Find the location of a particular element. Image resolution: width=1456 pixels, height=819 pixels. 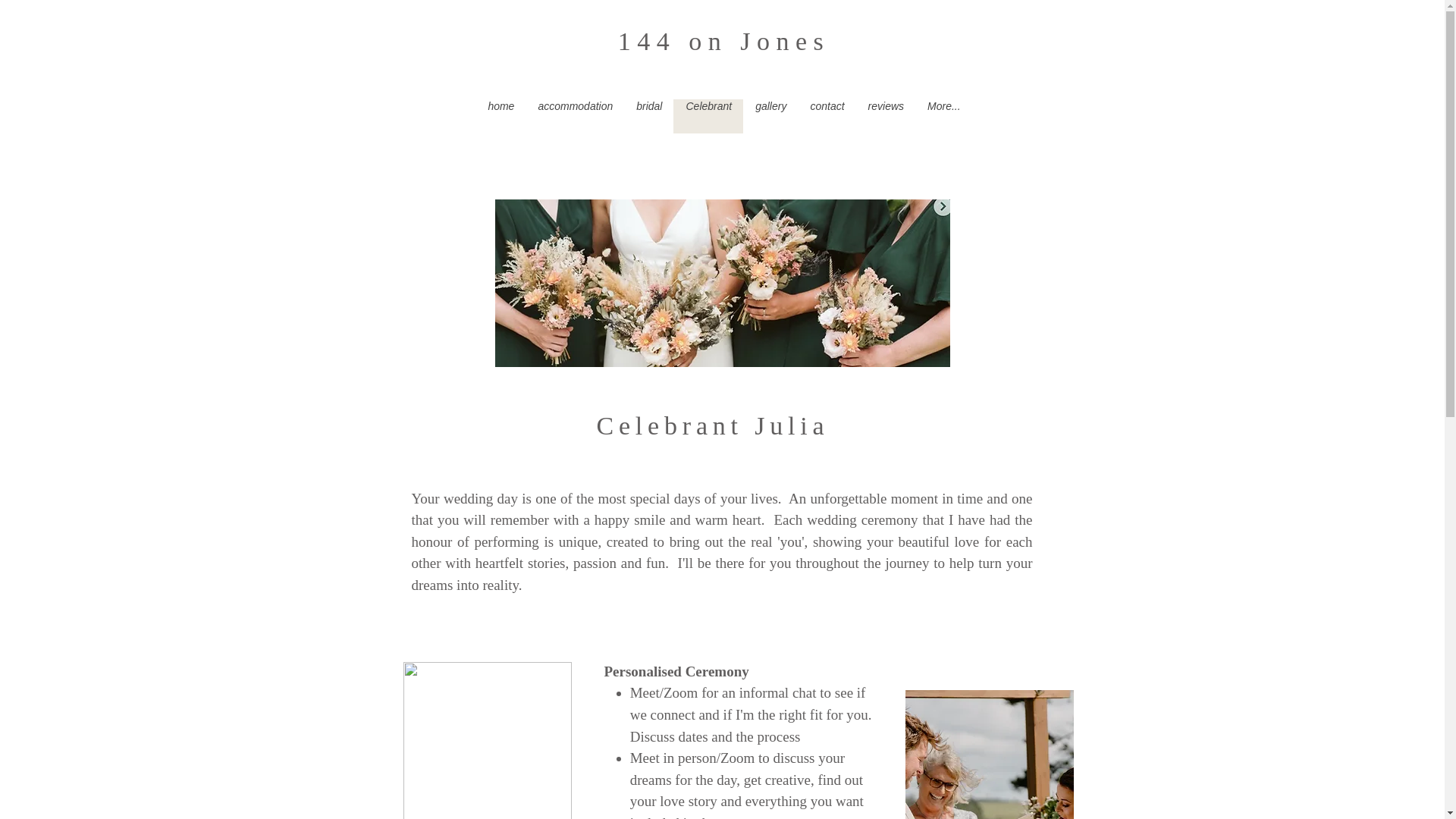

'144 on Jones' is located at coordinates (723, 40).